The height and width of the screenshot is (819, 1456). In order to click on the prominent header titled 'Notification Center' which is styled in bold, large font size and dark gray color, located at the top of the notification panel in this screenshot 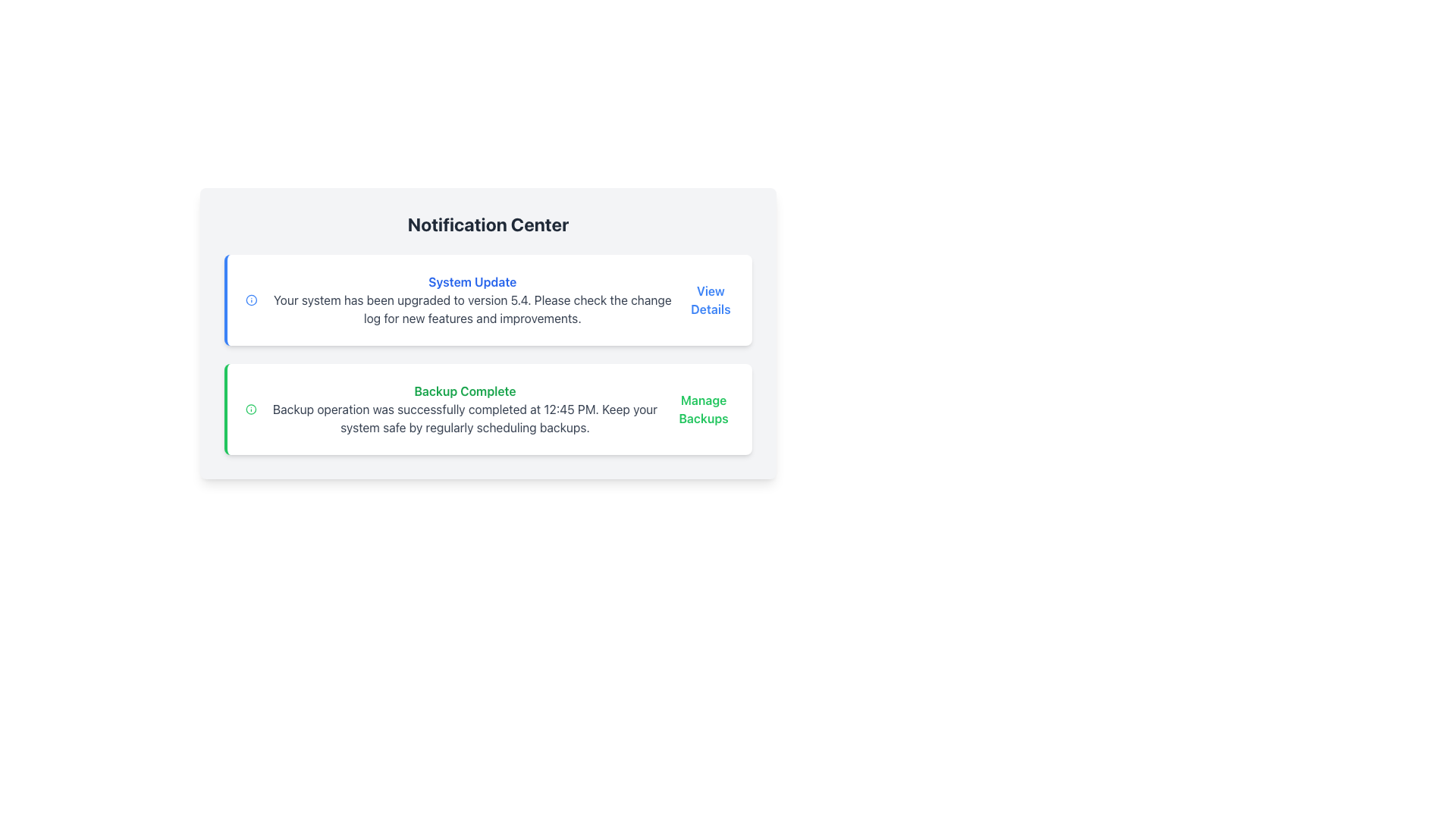, I will do `click(488, 224)`.